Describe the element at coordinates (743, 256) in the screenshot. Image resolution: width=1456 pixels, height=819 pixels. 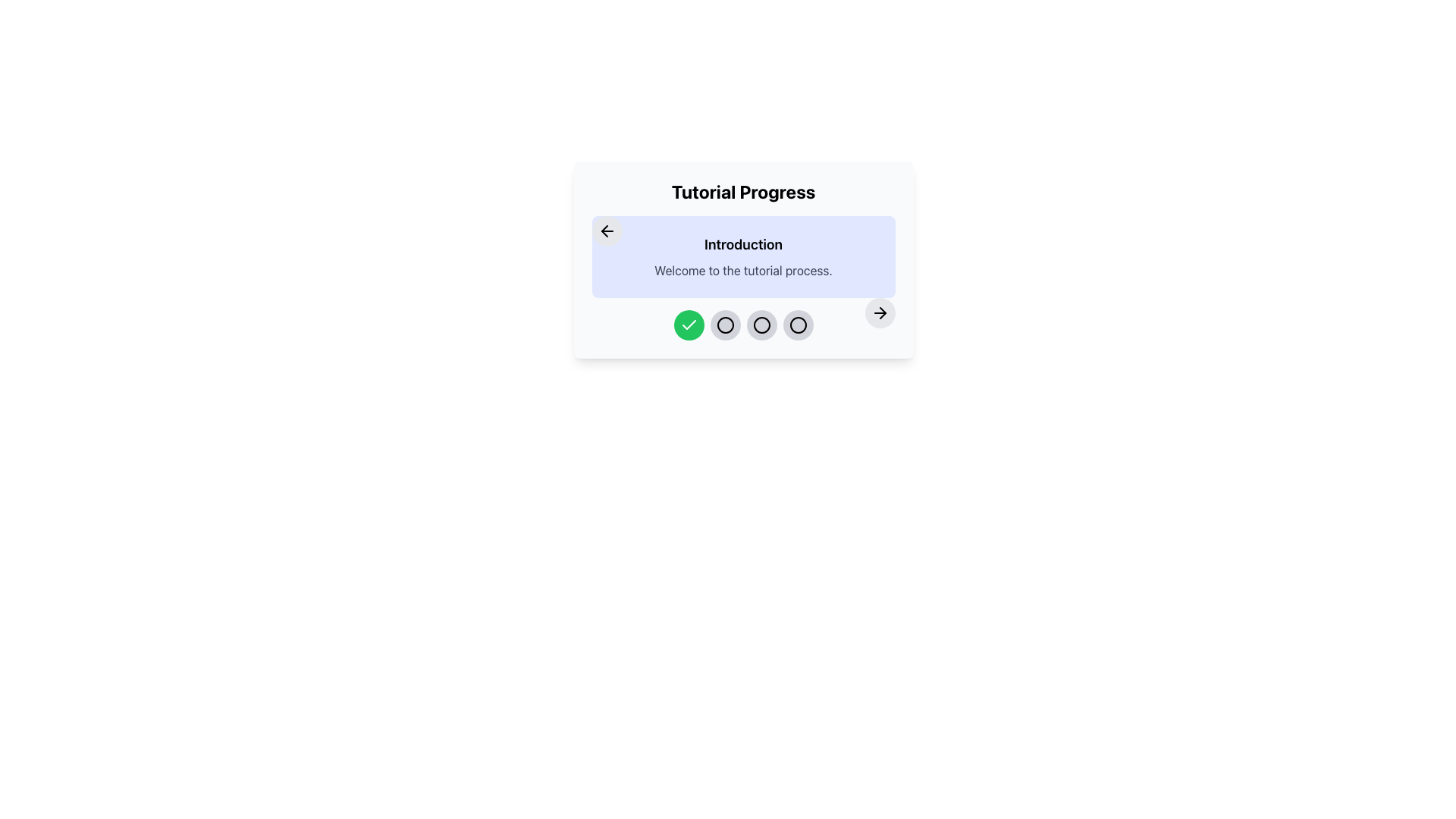
I see `tutorial introduction message displayed in the text block below the 'Tutorial Progress' header` at that location.